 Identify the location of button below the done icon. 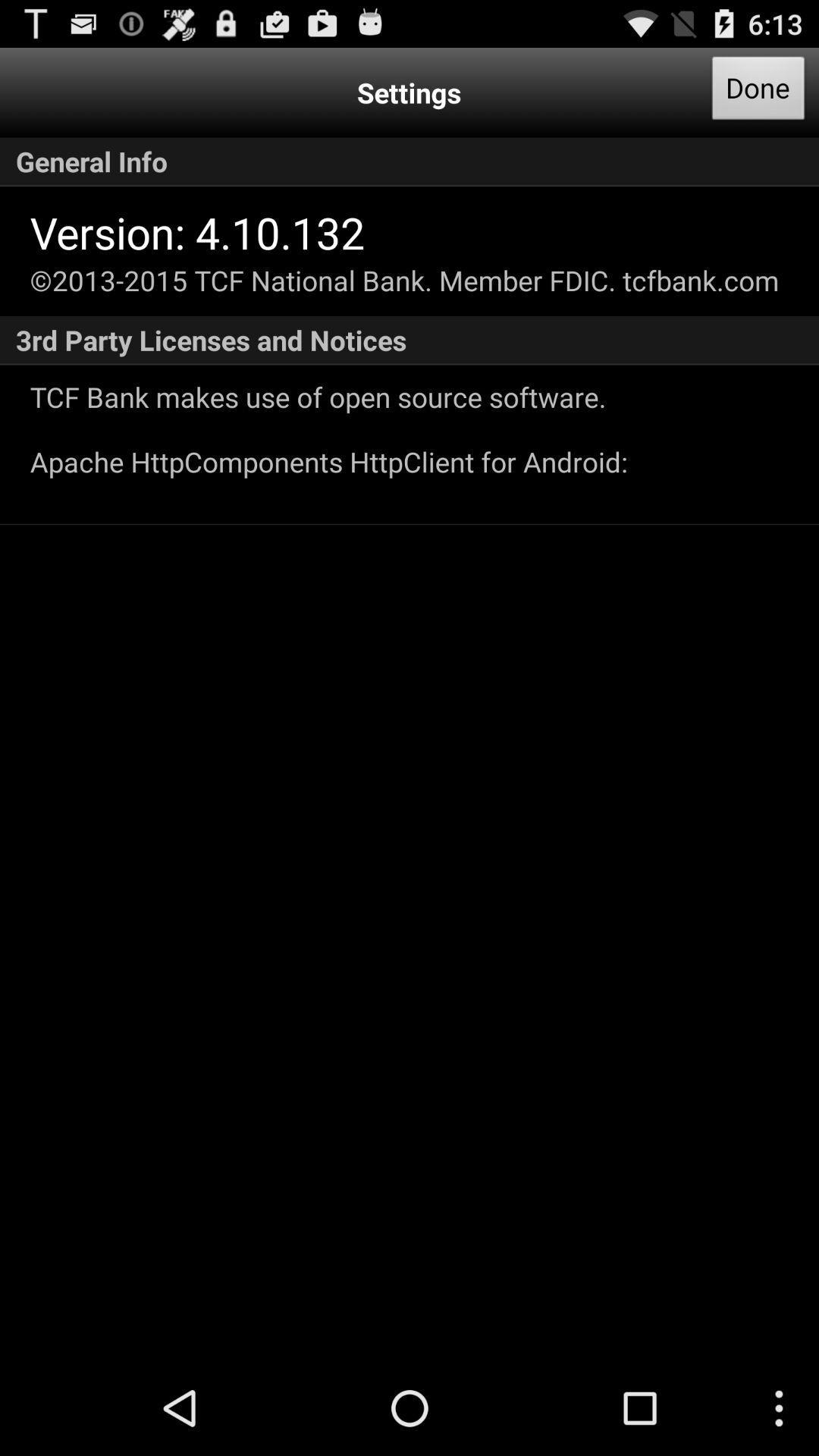
(409, 162).